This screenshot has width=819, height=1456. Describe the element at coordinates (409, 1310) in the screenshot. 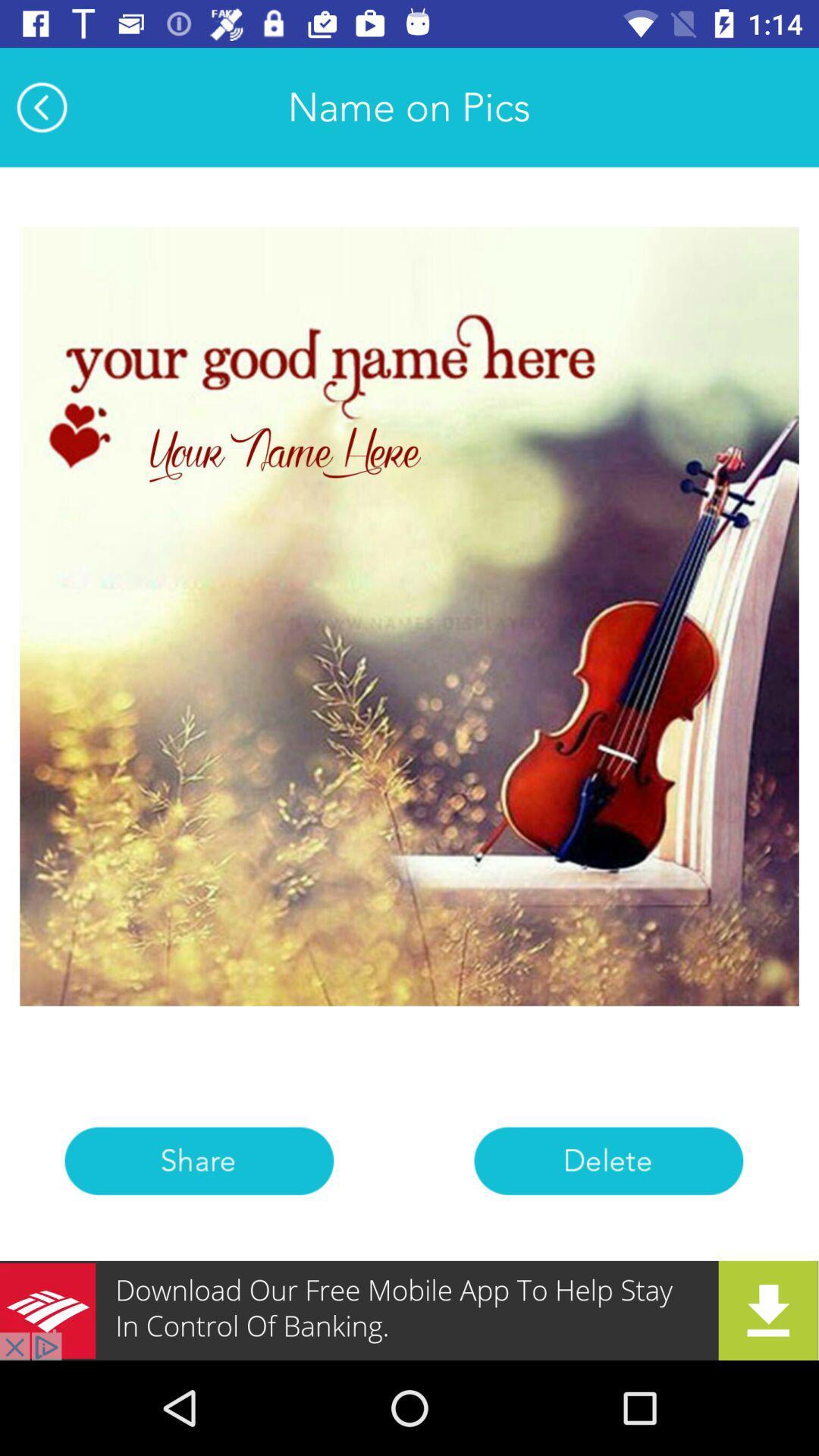

I see `advertisement botton` at that location.